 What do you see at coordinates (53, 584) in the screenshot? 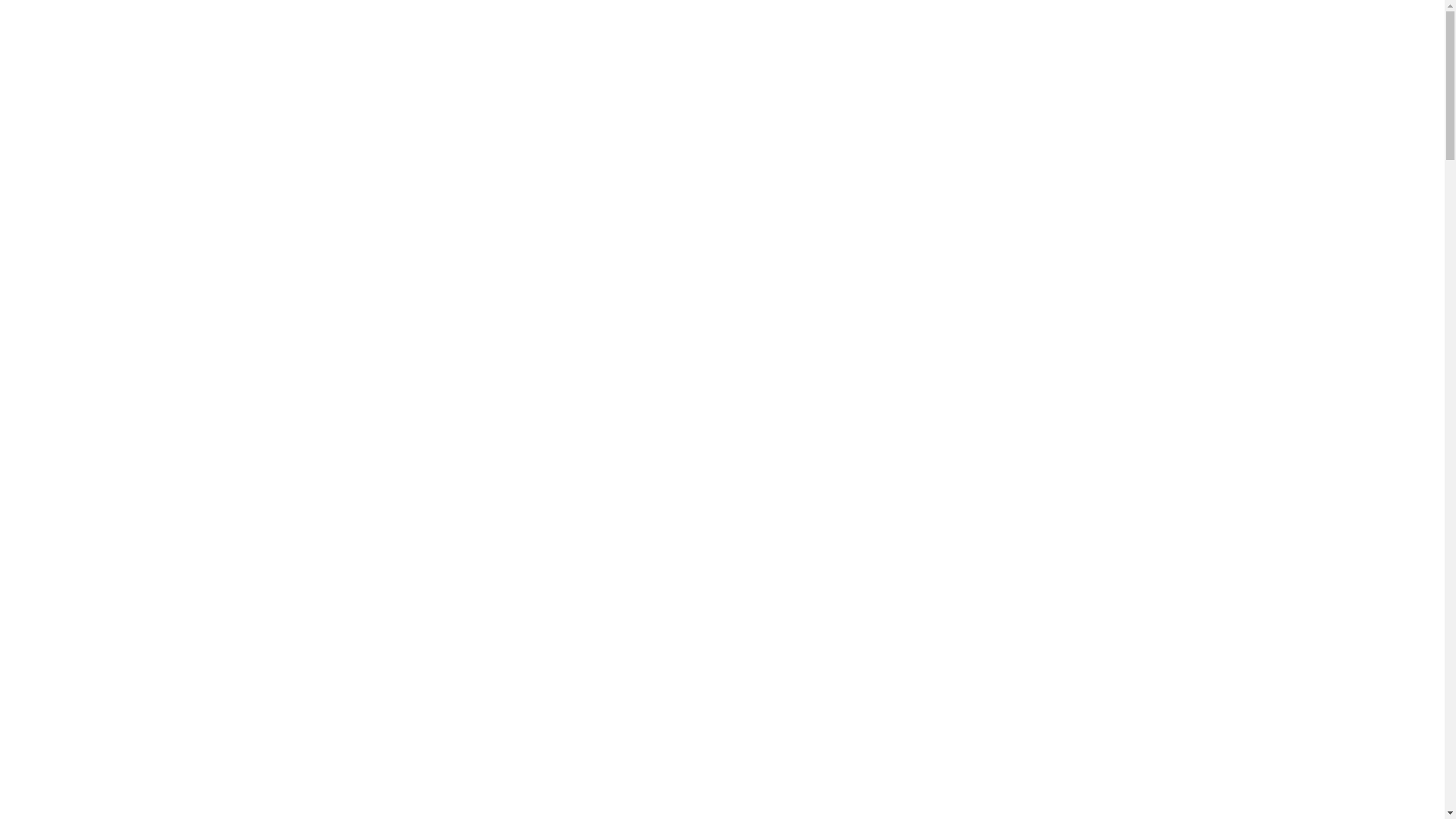
I see `'About'` at bounding box center [53, 584].